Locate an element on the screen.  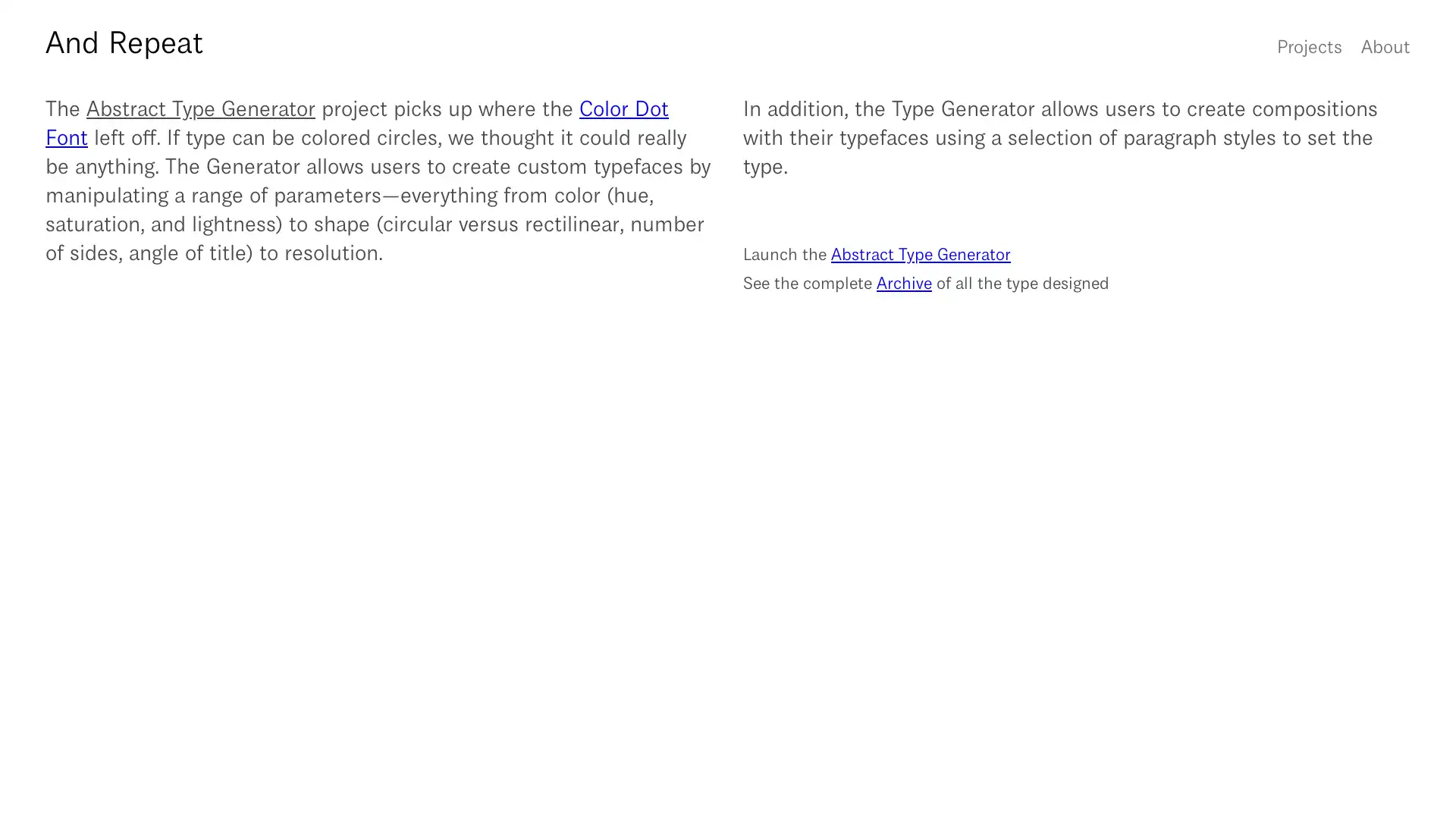
Projects is located at coordinates (1309, 45).